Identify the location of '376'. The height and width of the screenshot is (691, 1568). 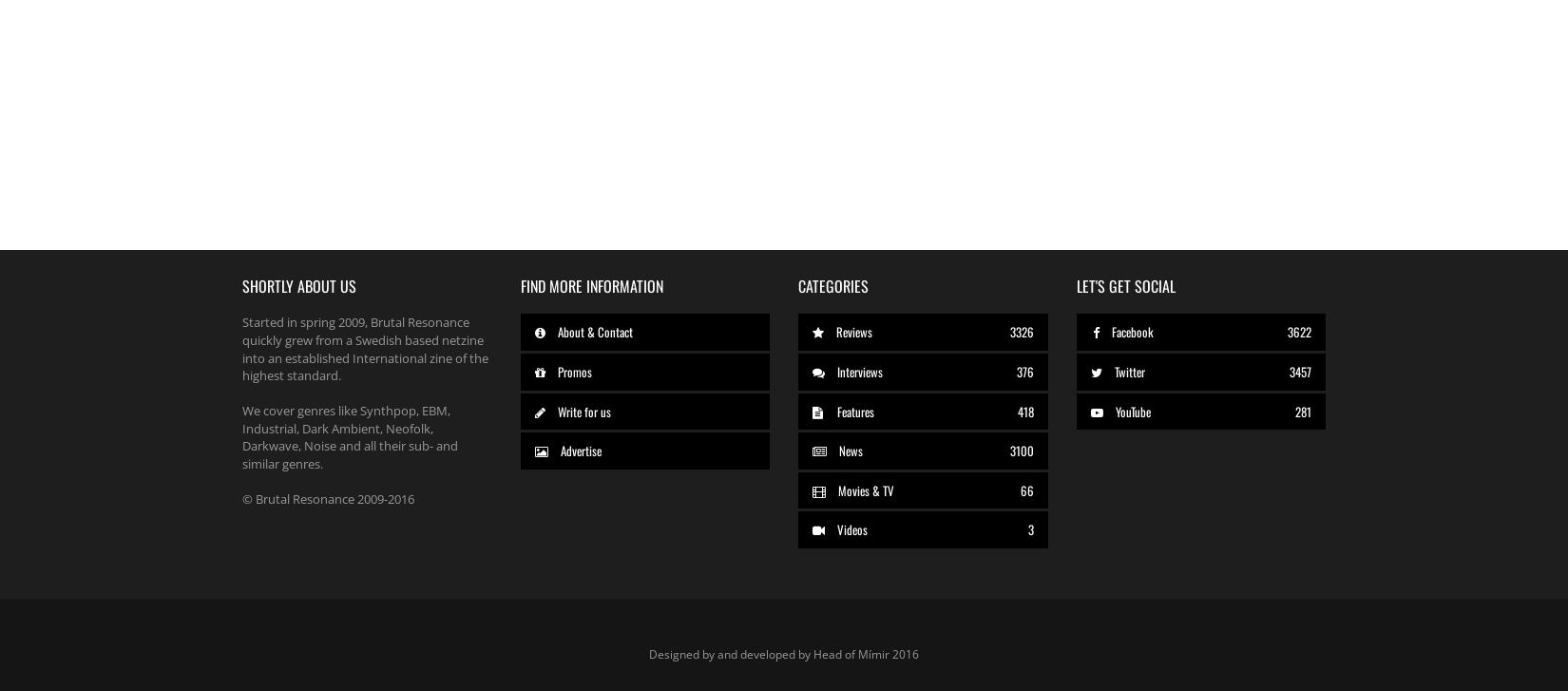
(1016, 370).